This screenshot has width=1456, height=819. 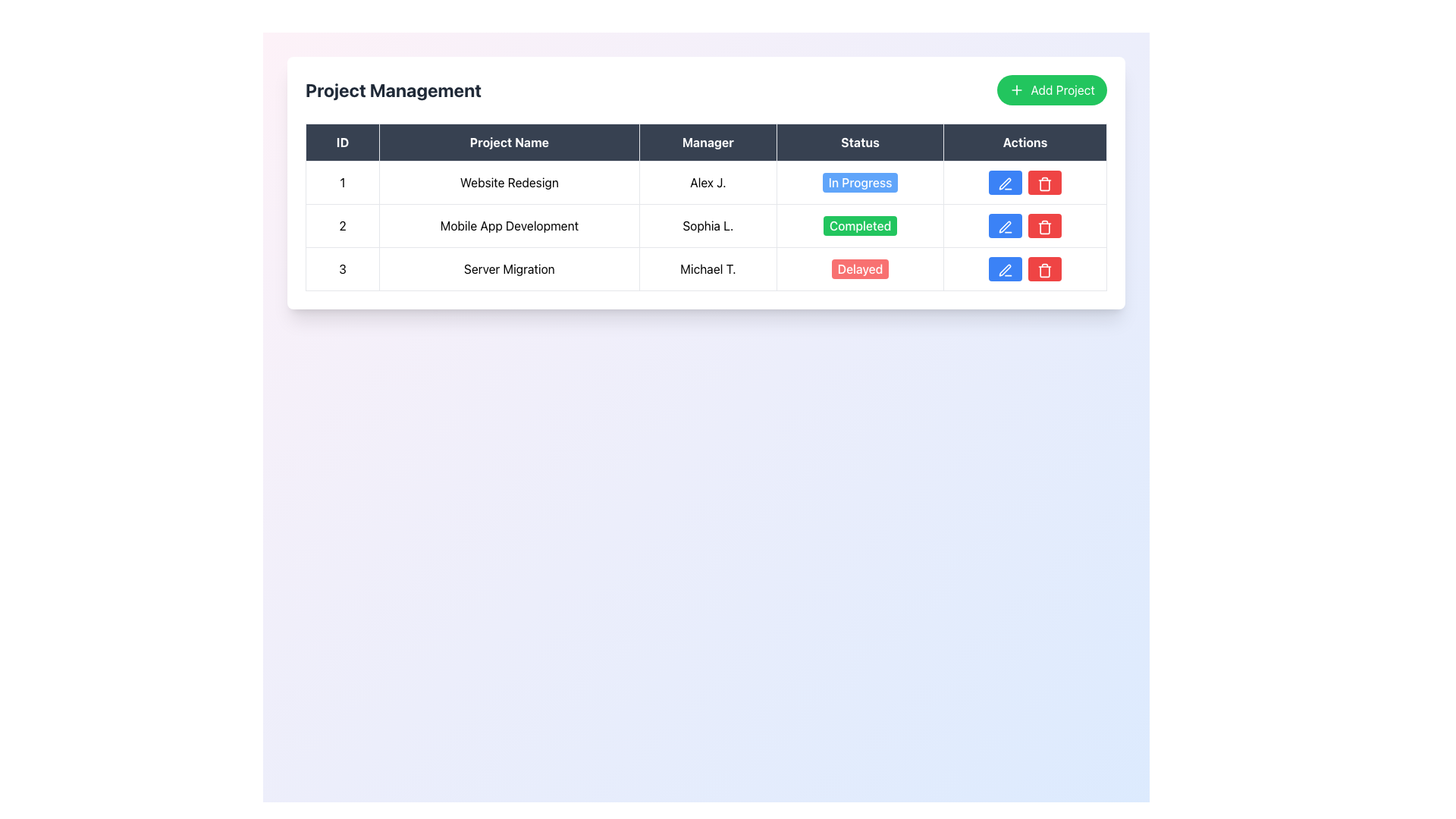 I want to click on the text label containing the number '3' in the first column of the third row of the table related to 'Server Migration' with the status 'Delayed', so click(x=341, y=268).